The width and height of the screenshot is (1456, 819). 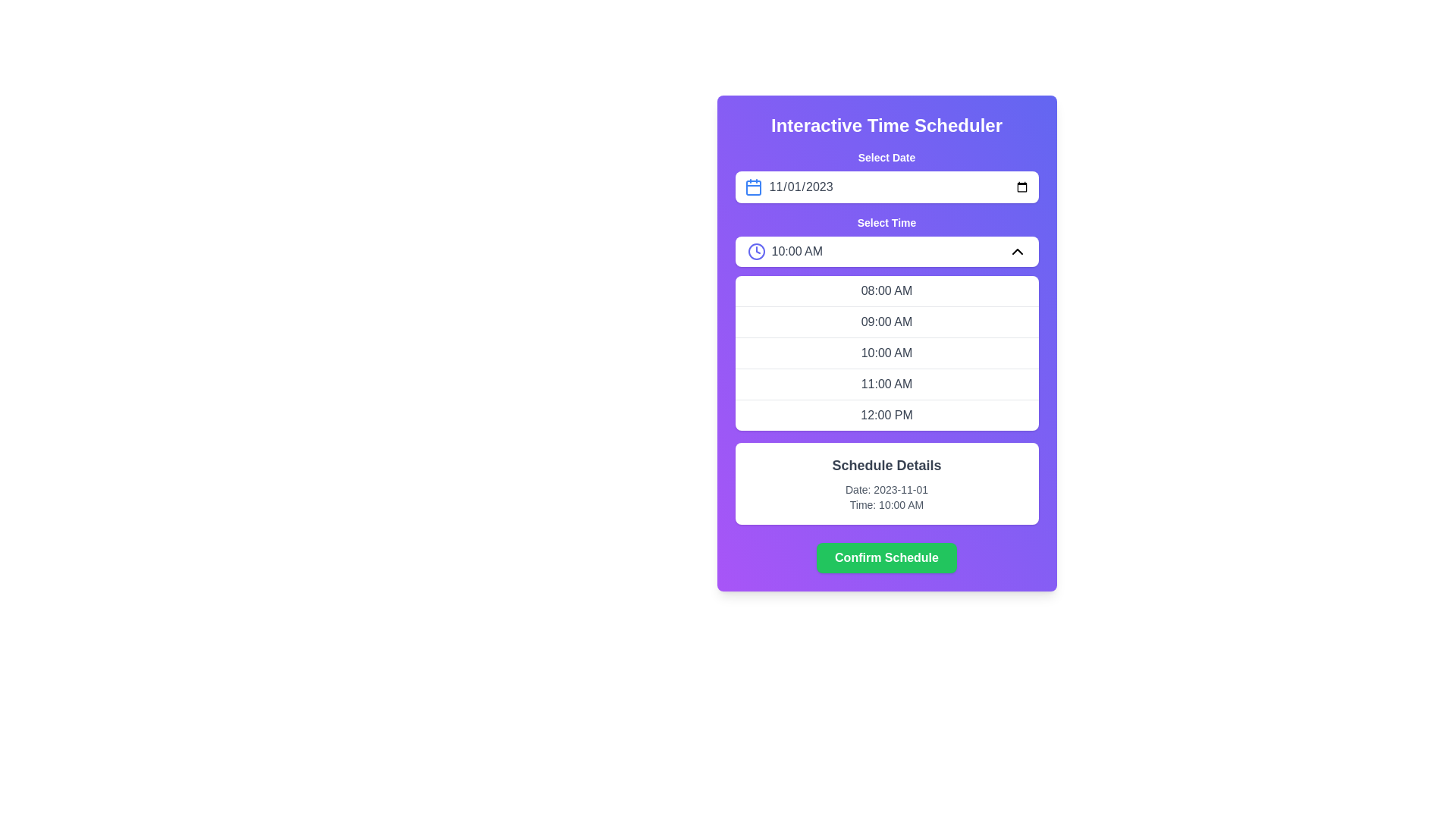 I want to click on the interactive display block containing the purple clock icon and the text '10:00 AM' in the 'Select Time' section, which is located directly below the 'Select Date' input field, so click(x=785, y=250).